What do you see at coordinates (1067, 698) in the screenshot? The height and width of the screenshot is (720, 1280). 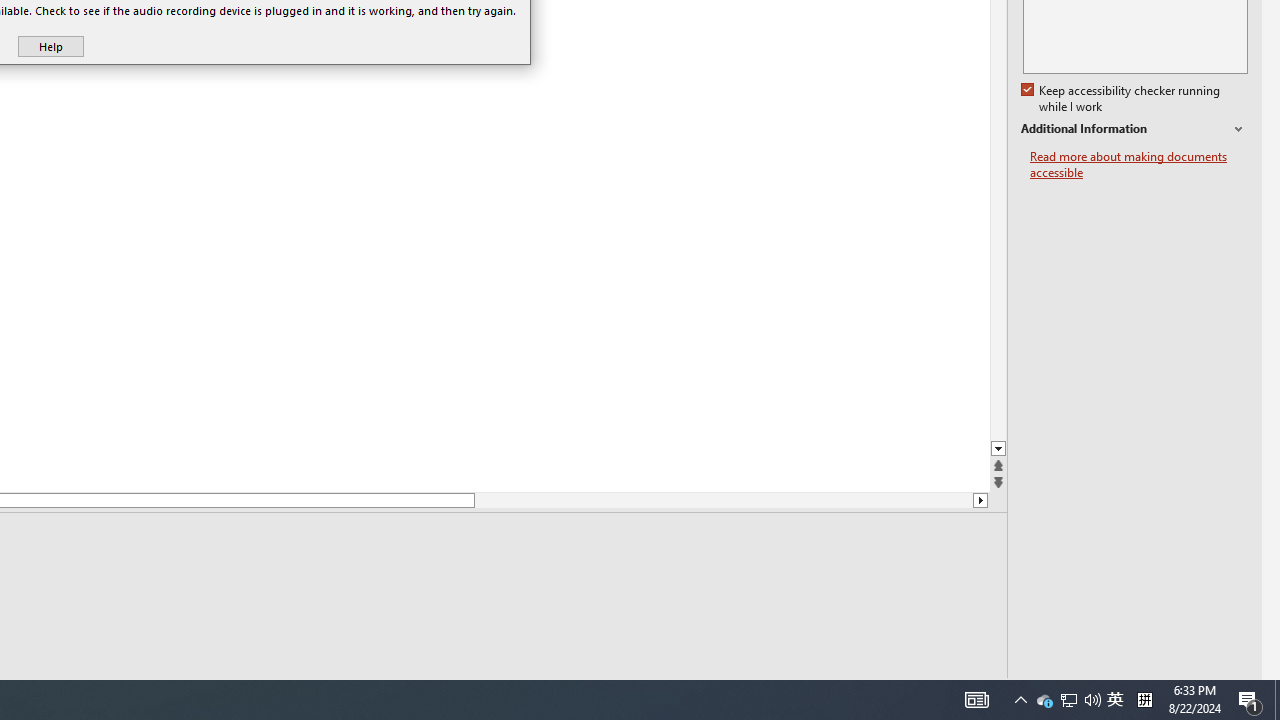 I see `'User Promoted Notification Area'` at bounding box center [1067, 698].